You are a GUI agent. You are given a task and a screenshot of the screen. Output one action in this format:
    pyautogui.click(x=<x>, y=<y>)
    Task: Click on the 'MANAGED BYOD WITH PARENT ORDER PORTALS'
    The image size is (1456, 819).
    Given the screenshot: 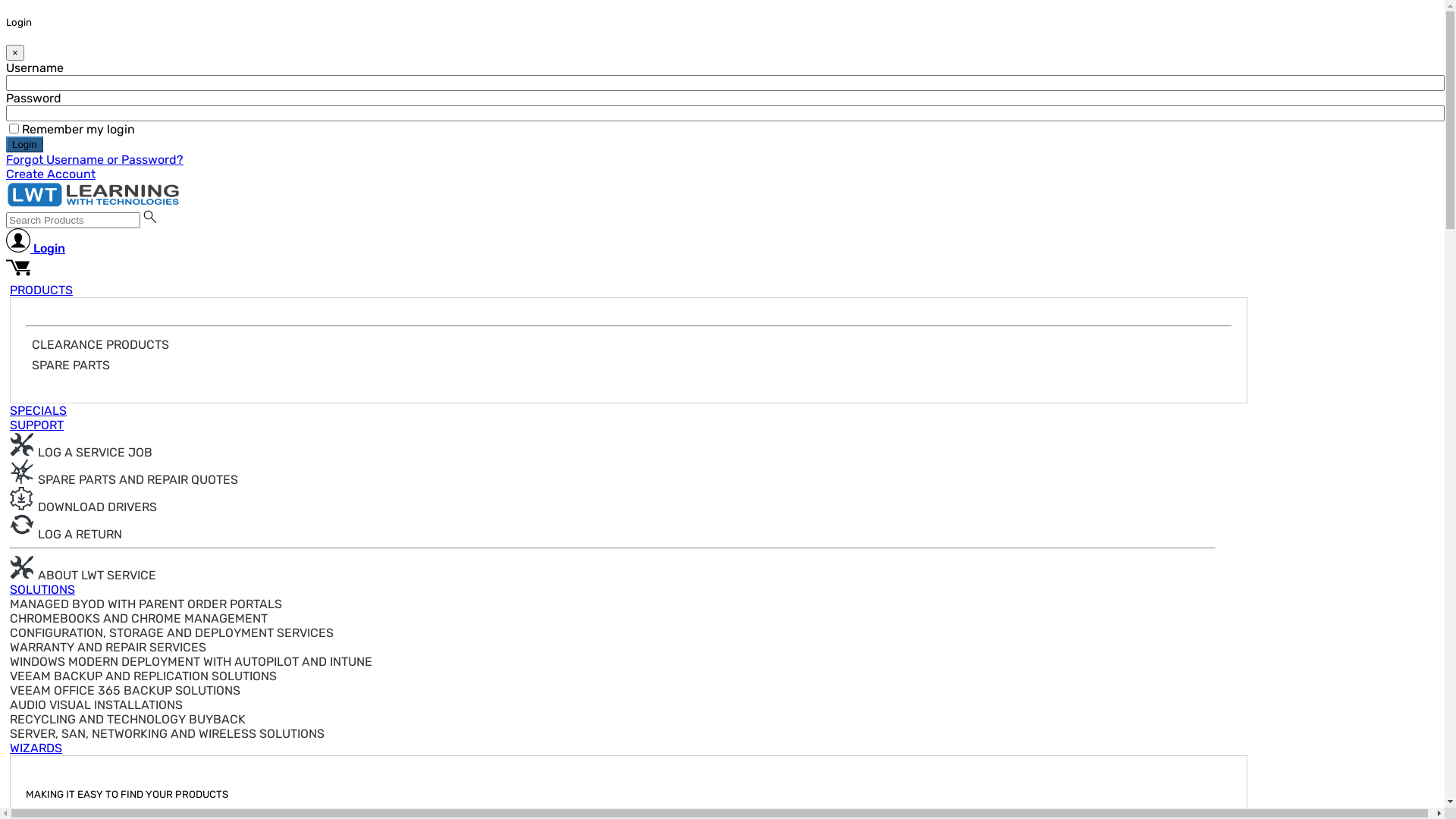 What is the action you would take?
    pyautogui.click(x=146, y=603)
    